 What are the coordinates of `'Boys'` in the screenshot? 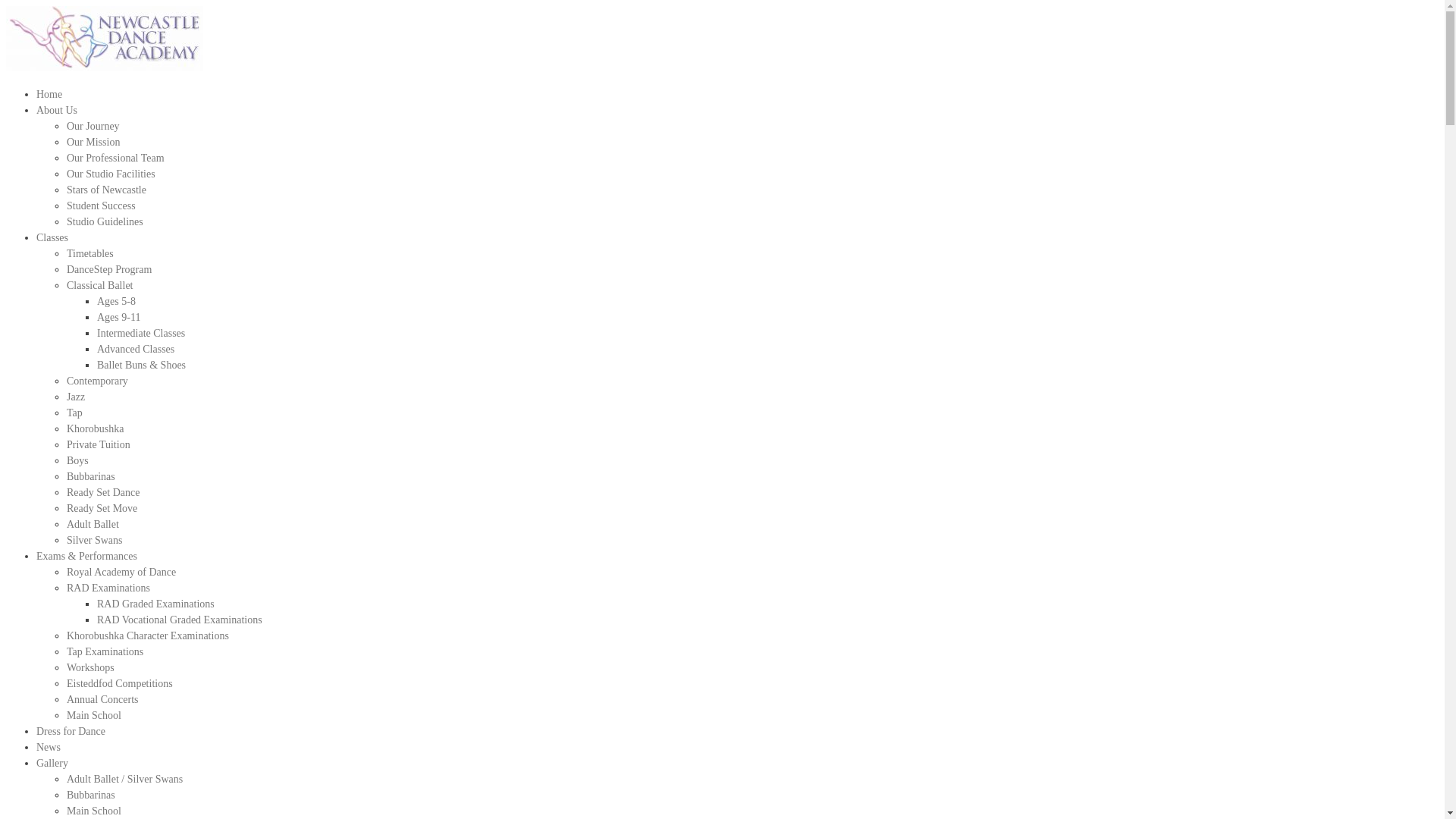 It's located at (77, 460).